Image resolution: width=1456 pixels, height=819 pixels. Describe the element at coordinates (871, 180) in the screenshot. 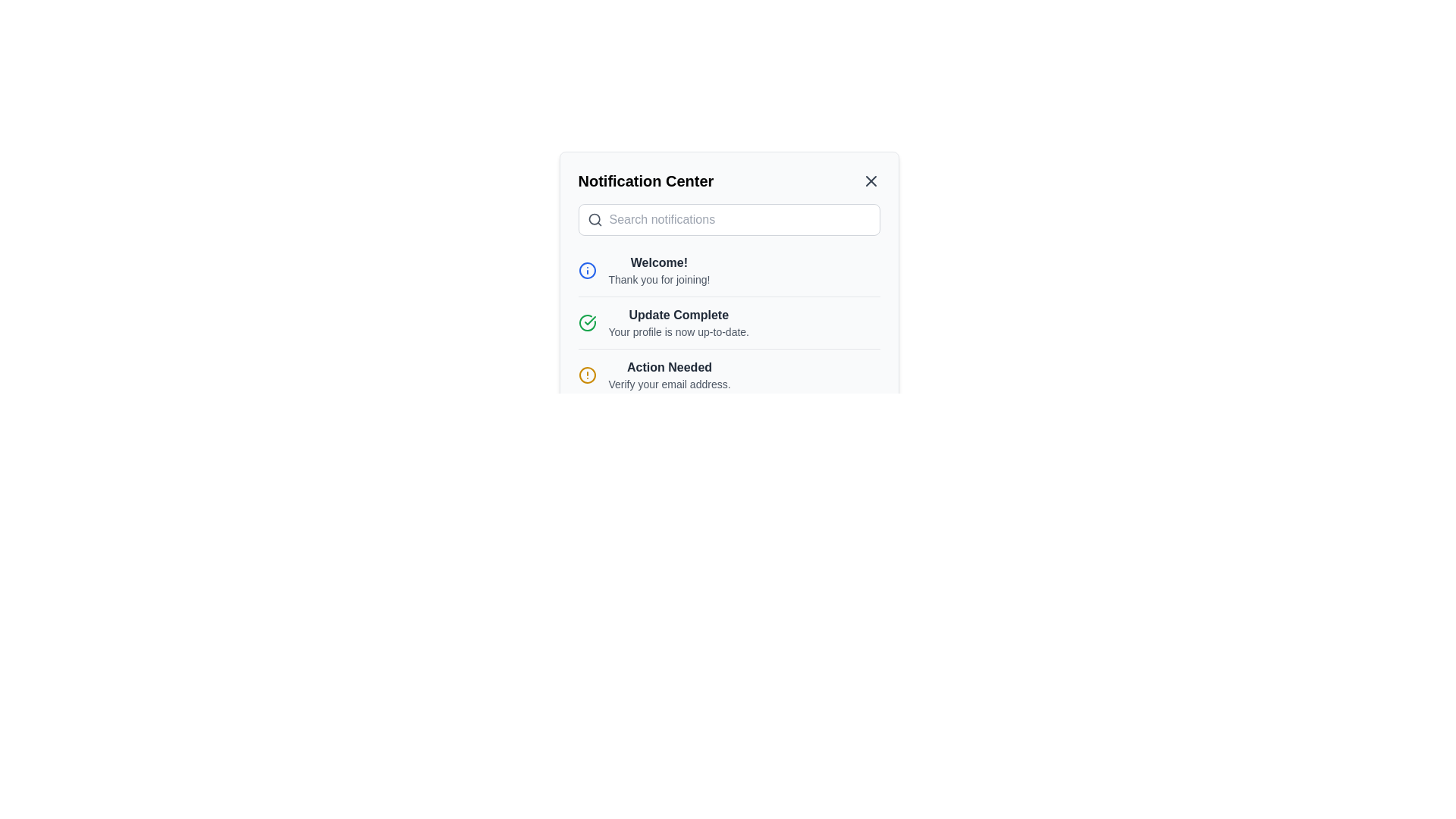

I see `the Close icon in the top-right corner of the notification panel` at that location.